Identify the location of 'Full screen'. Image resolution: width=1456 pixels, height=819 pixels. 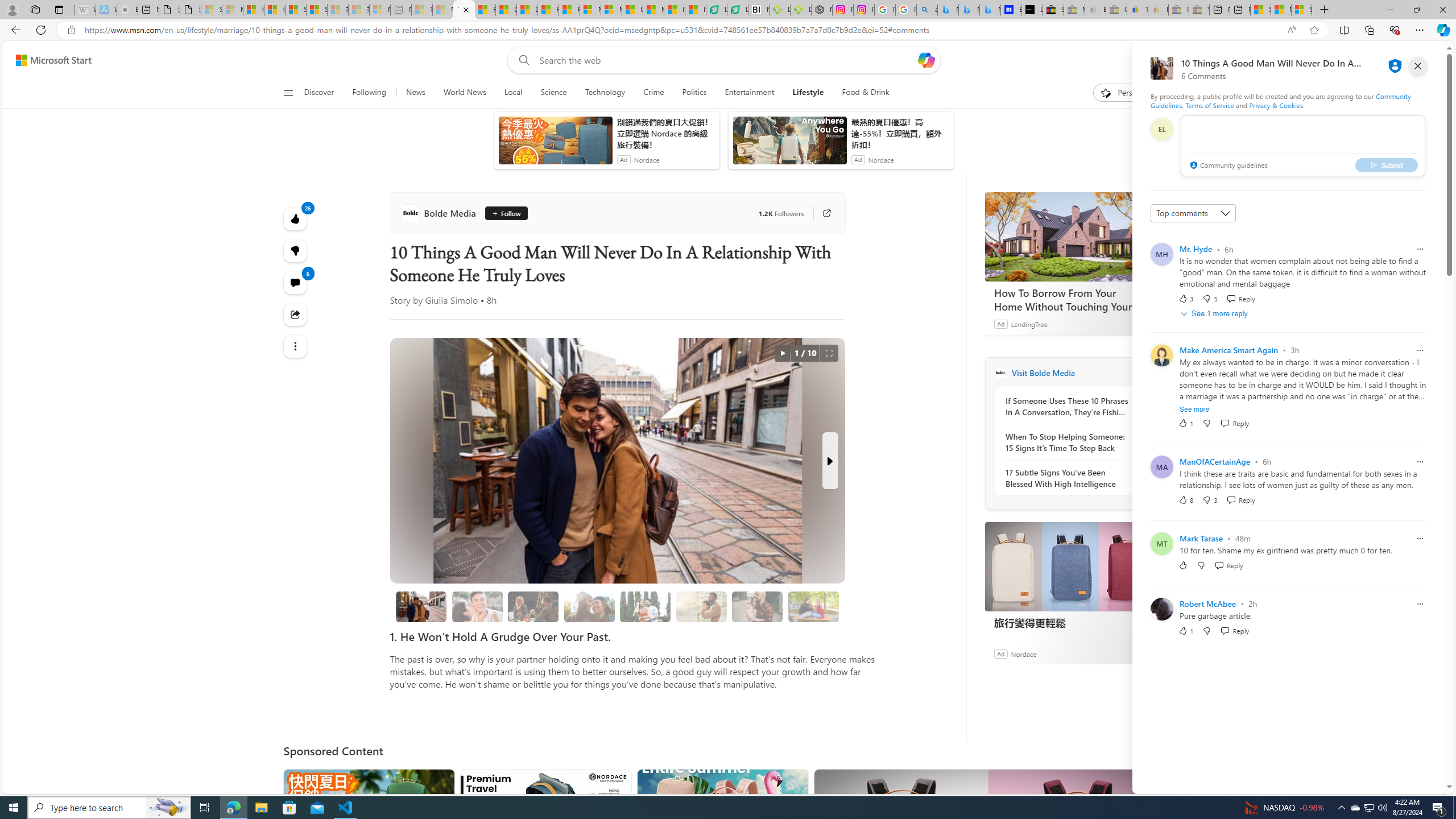
(828, 353).